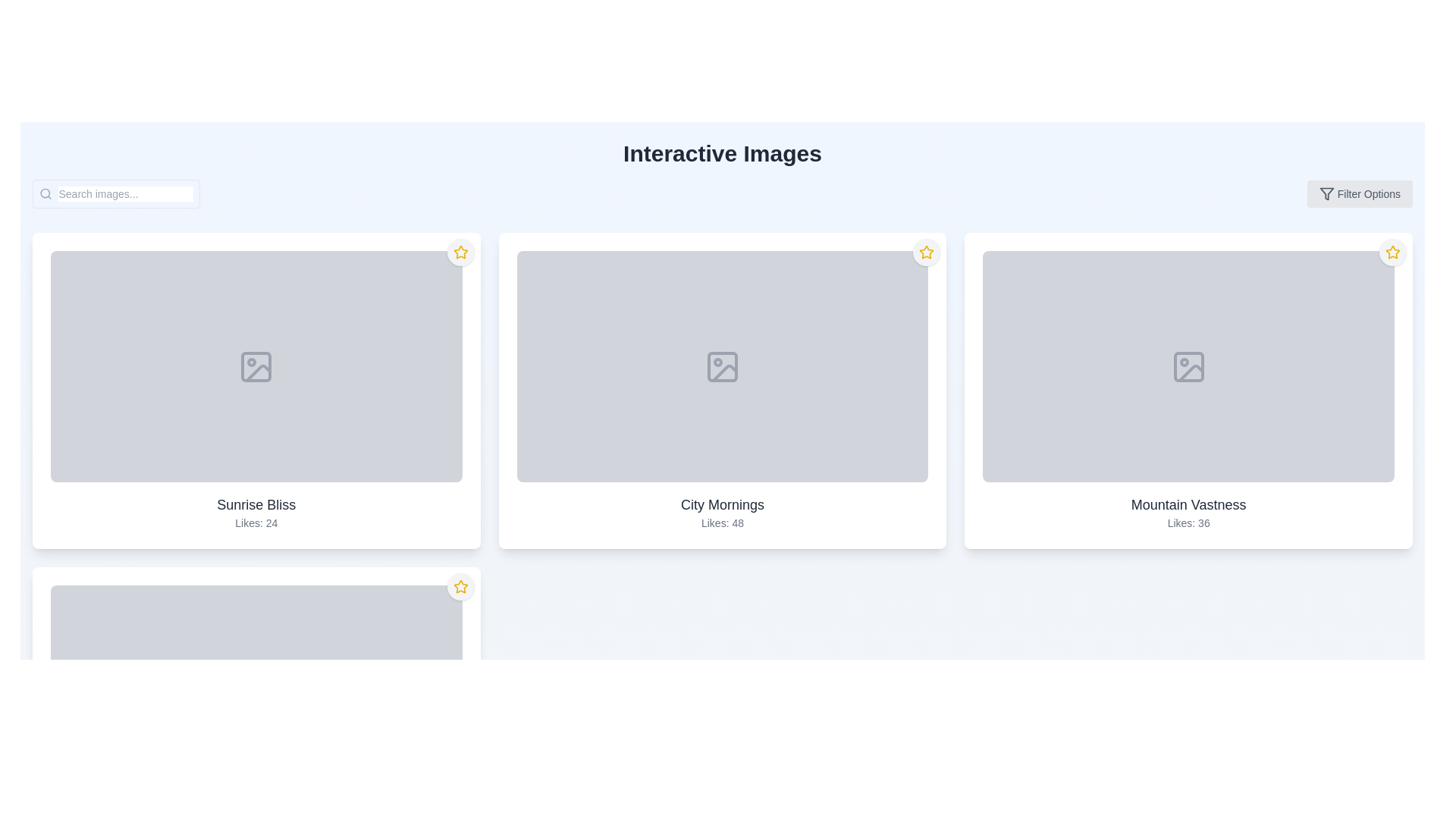 The width and height of the screenshot is (1456, 819). I want to click on the circular search magnifier icon located in the top-left corner of the interface, which is part of the search functionality, so click(45, 193).